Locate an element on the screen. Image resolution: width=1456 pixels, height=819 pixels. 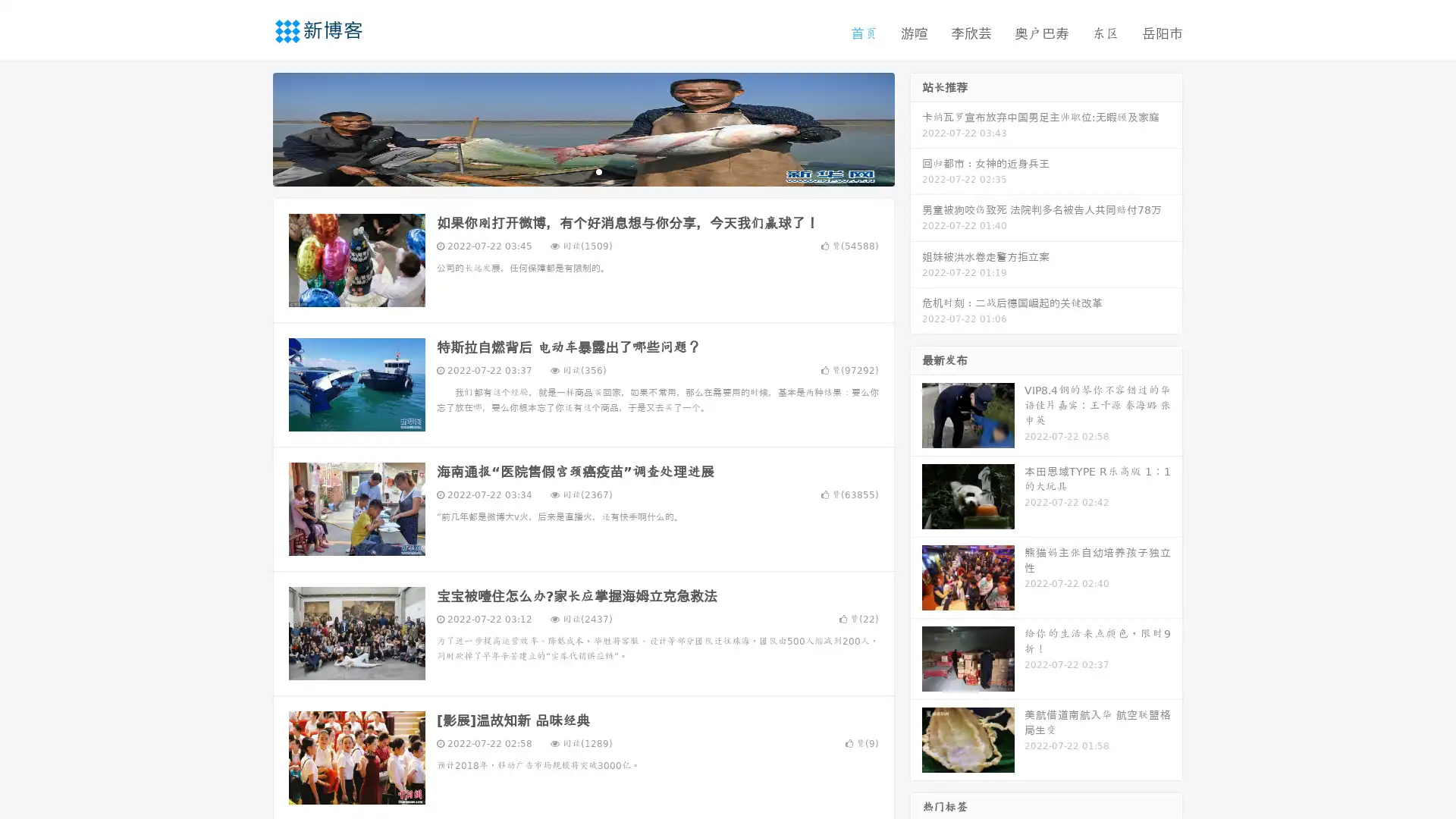
Next slide is located at coordinates (916, 127).